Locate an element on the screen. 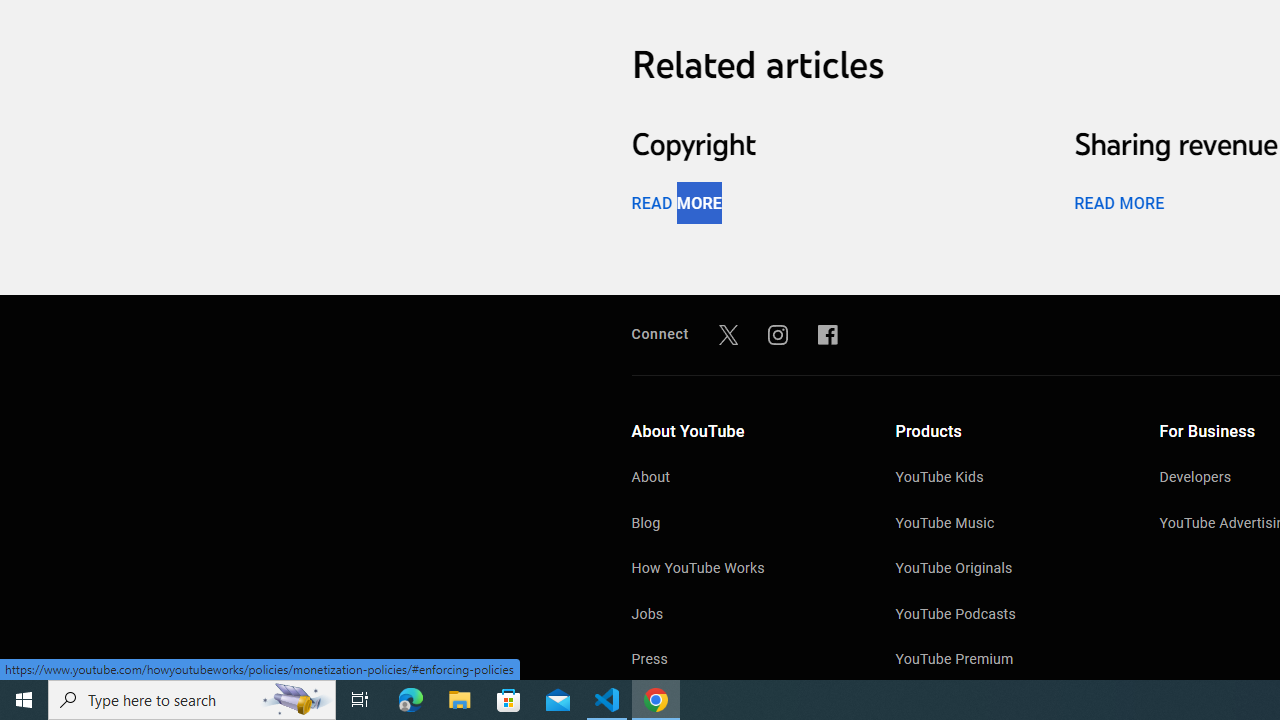  'Facebook' is located at coordinates (828, 333).